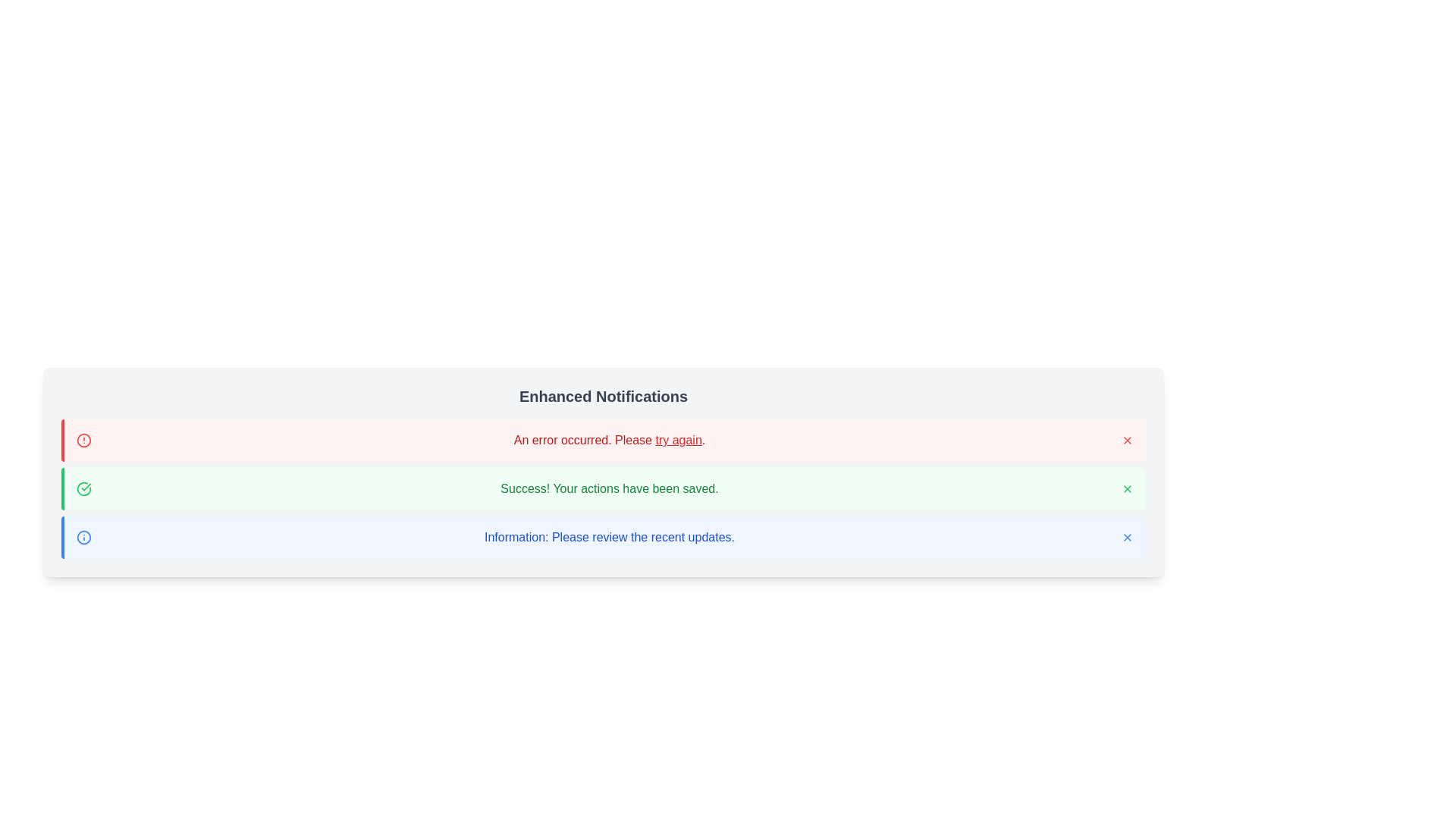 Image resolution: width=1456 pixels, height=819 pixels. I want to click on error notification message styled with red text located at the top of the notifications, following the header text, so click(610, 441).